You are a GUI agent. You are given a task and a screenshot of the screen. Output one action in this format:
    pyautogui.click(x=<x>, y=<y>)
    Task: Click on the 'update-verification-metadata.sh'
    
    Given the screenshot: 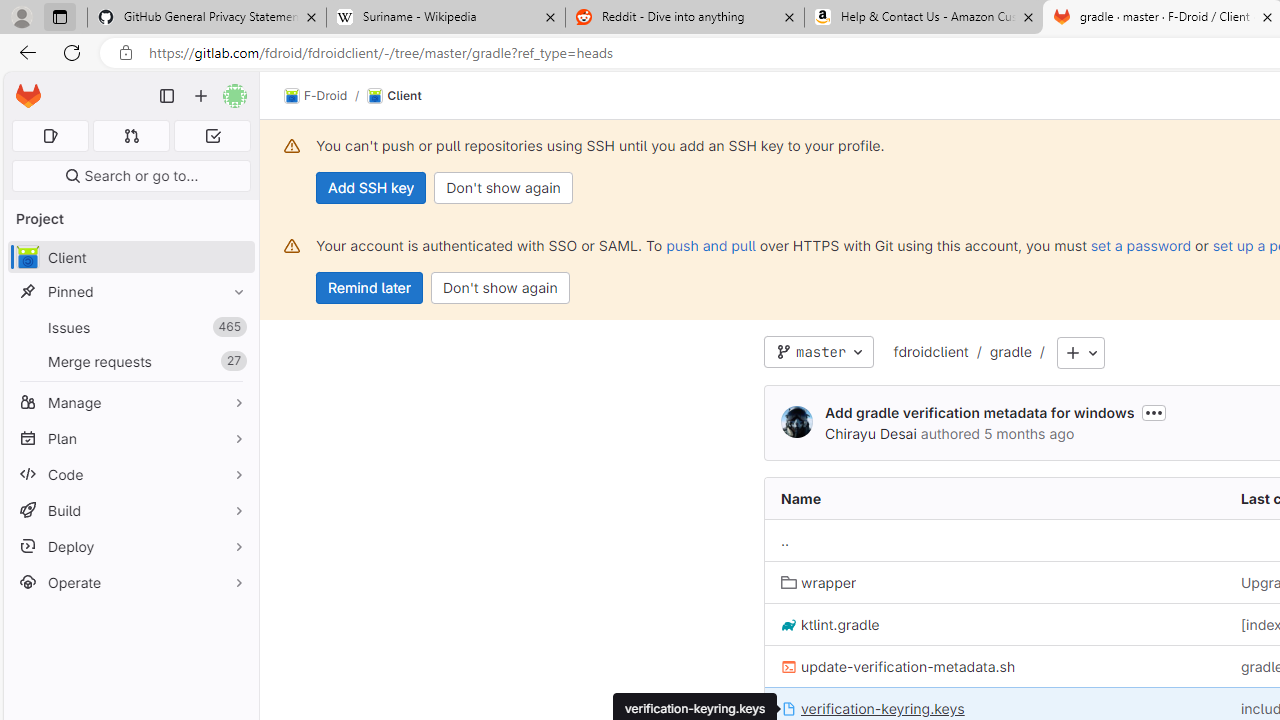 What is the action you would take?
    pyautogui.click(x=897, y=667)
    